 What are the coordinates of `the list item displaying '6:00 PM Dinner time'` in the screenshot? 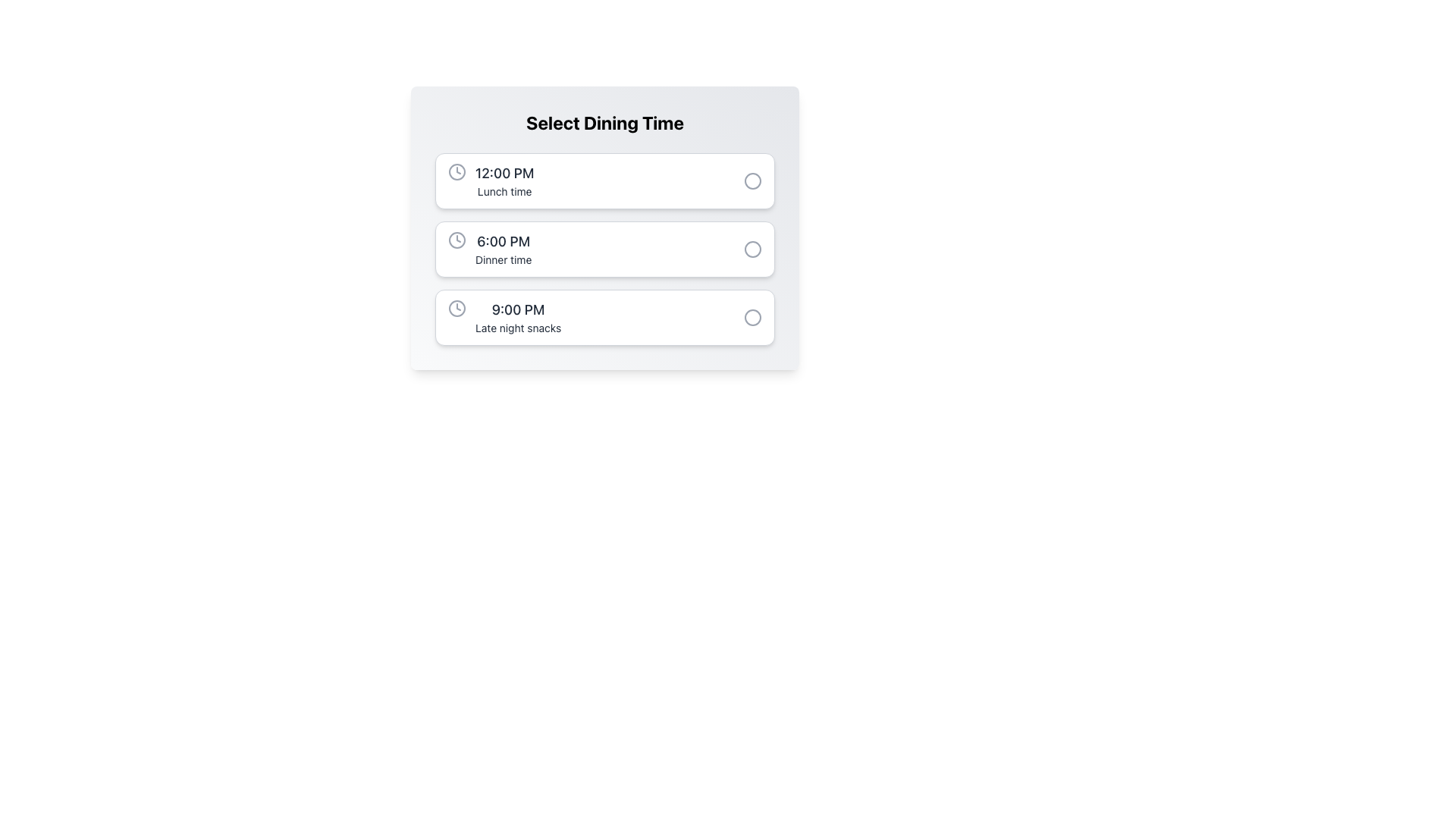 It's located at (490, 248).